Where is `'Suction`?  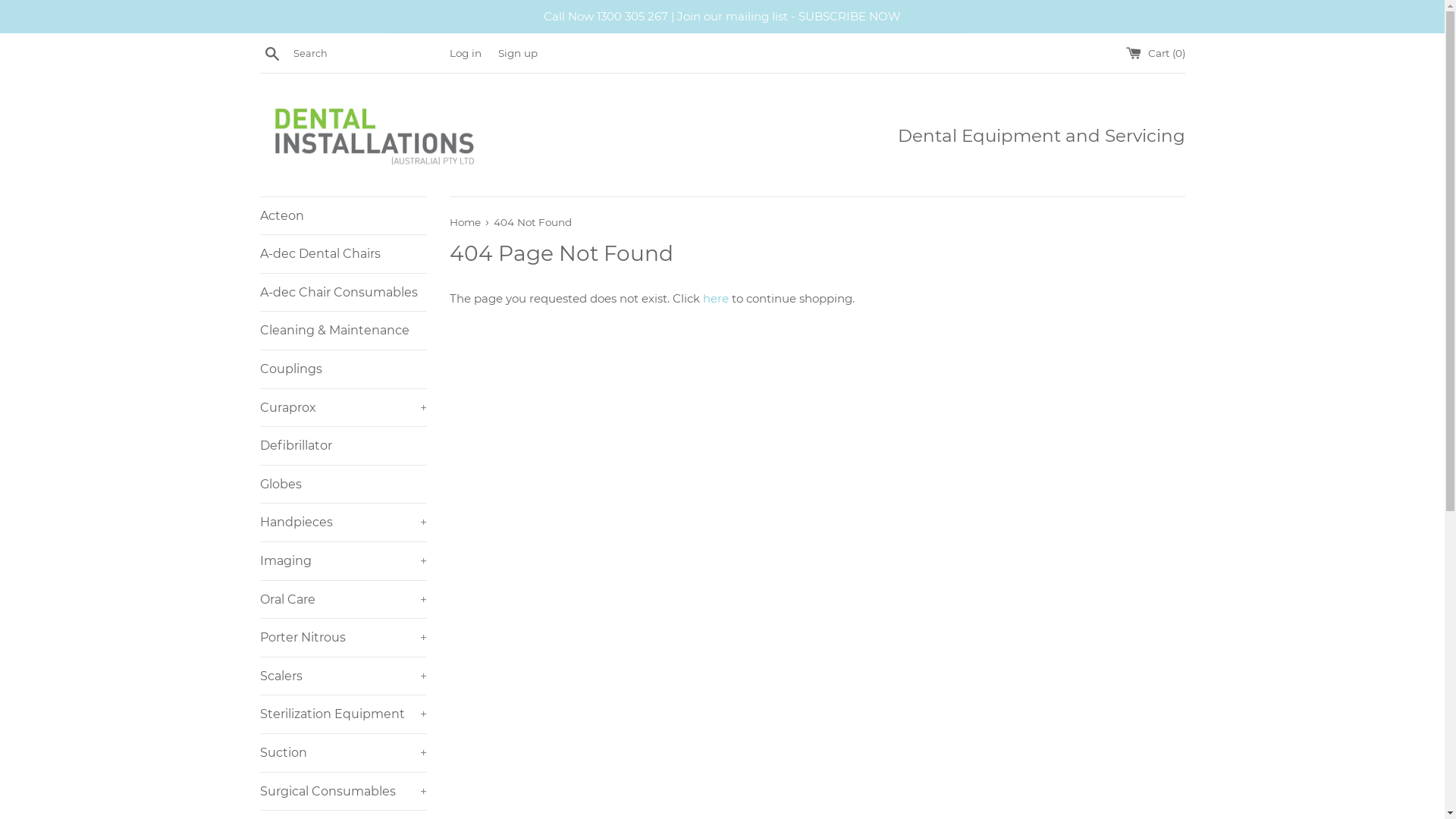 'Suction is located at coordinates (341, 752).